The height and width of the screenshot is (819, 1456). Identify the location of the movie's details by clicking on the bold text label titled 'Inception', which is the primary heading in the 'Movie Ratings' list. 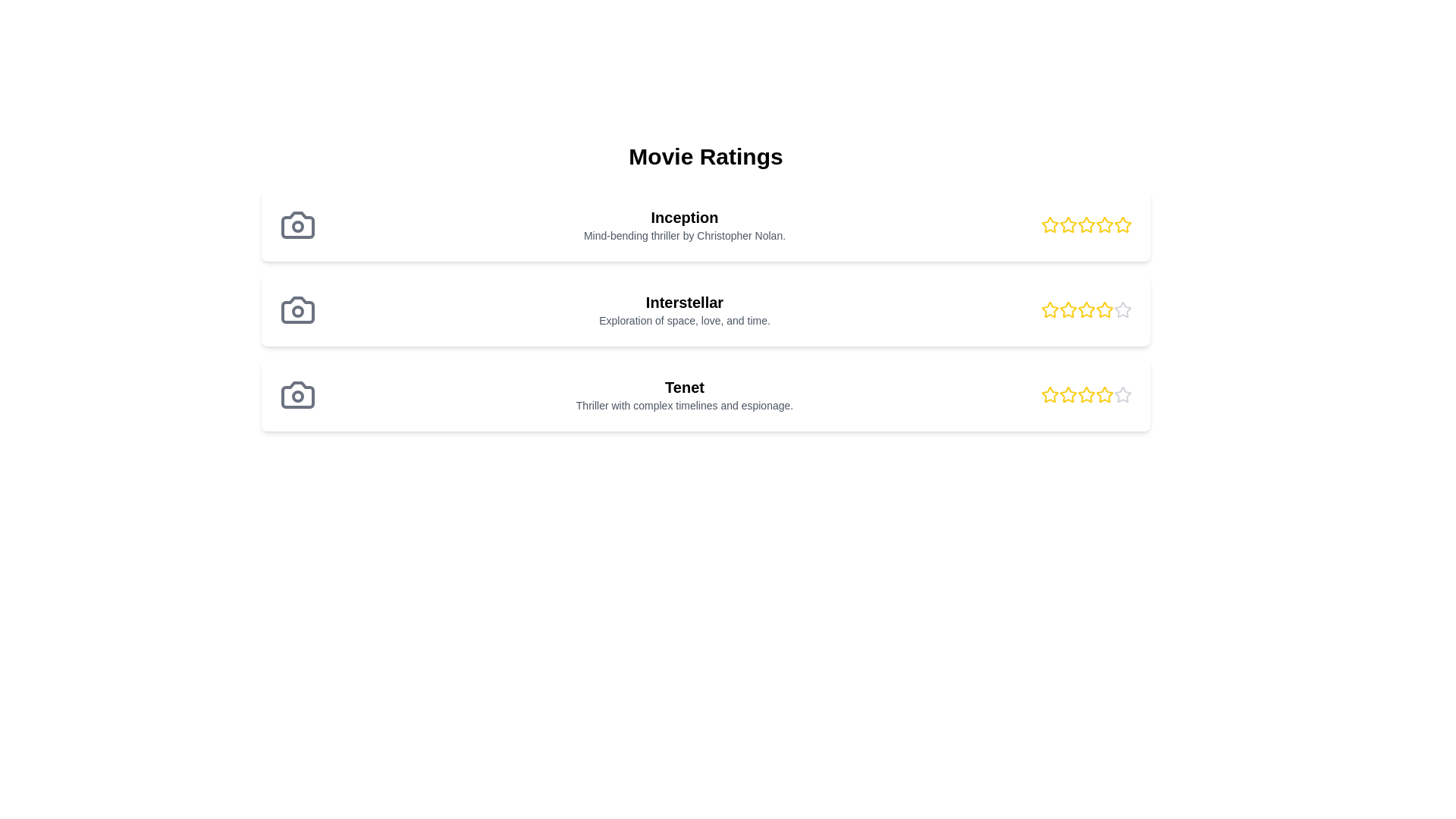
(683, 217).